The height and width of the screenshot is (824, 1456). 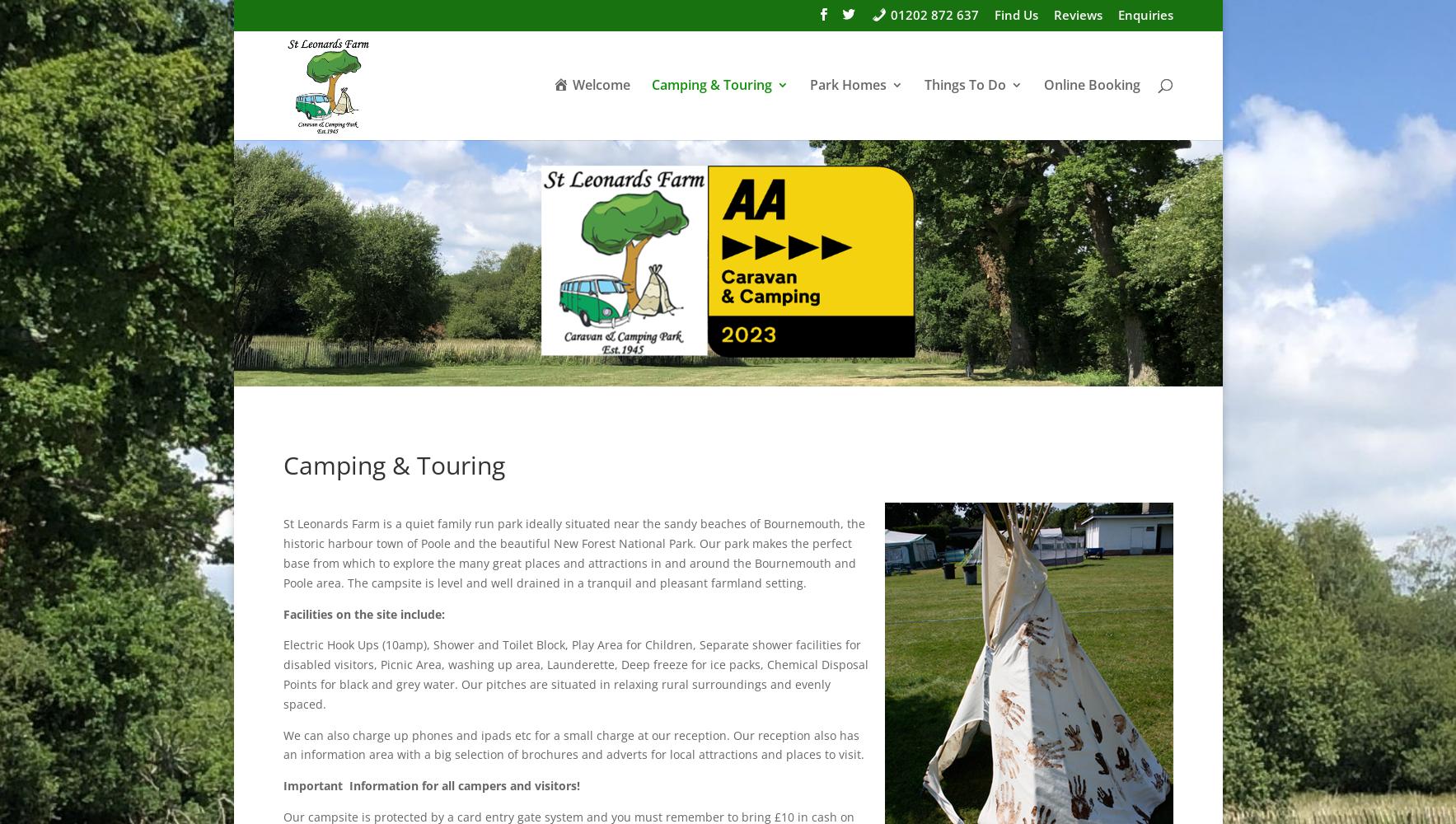 I want to click on 'Bookings', so click(x=668, y=227).